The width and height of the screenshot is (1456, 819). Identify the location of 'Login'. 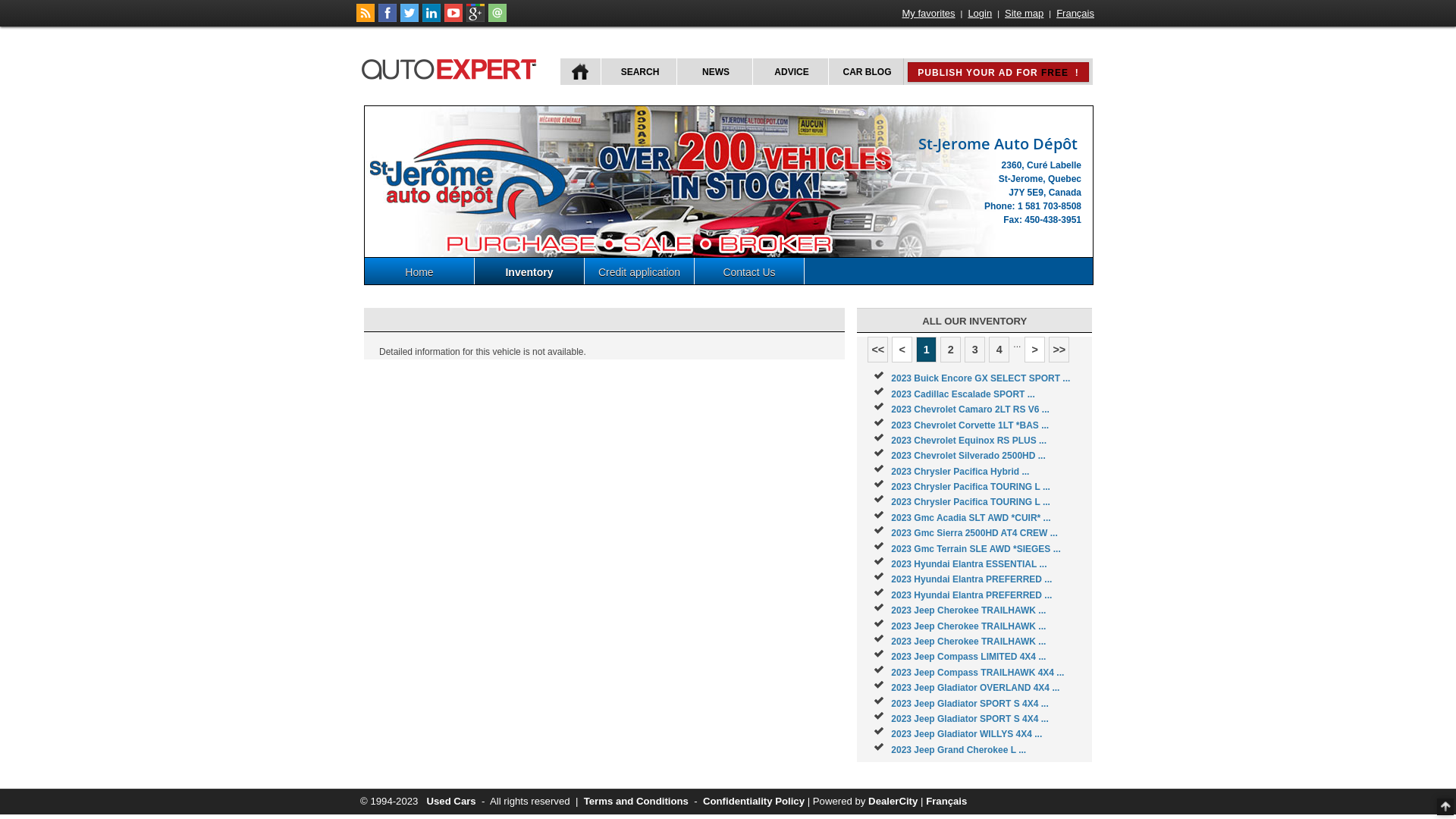
(979, 13).